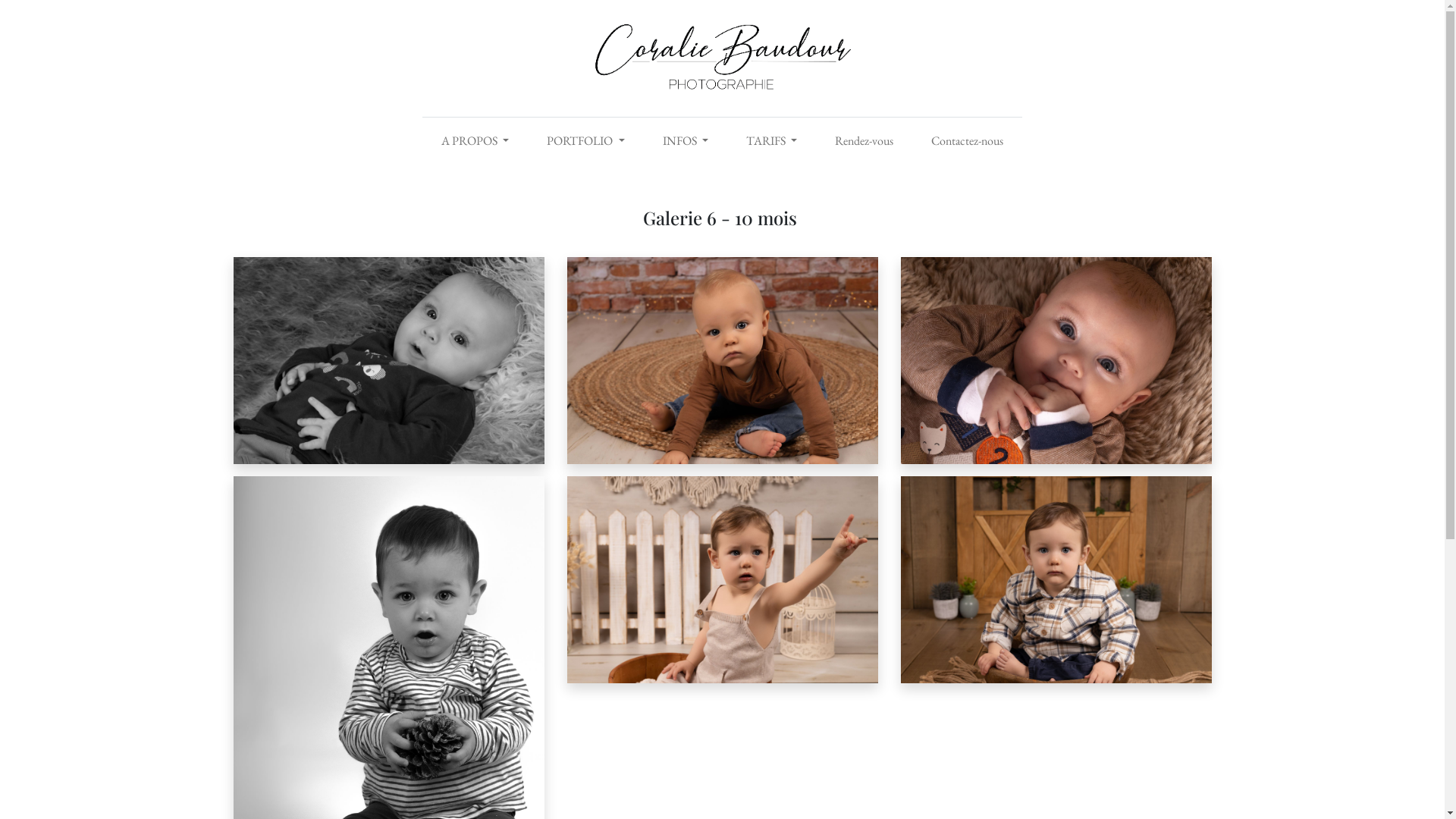 The width and height of the screenshot is (1456, 819). What do you see at coordinates (966, 140) in the screenshot?
I see `'Contactez-nous'` at bounding box center [966, 140].